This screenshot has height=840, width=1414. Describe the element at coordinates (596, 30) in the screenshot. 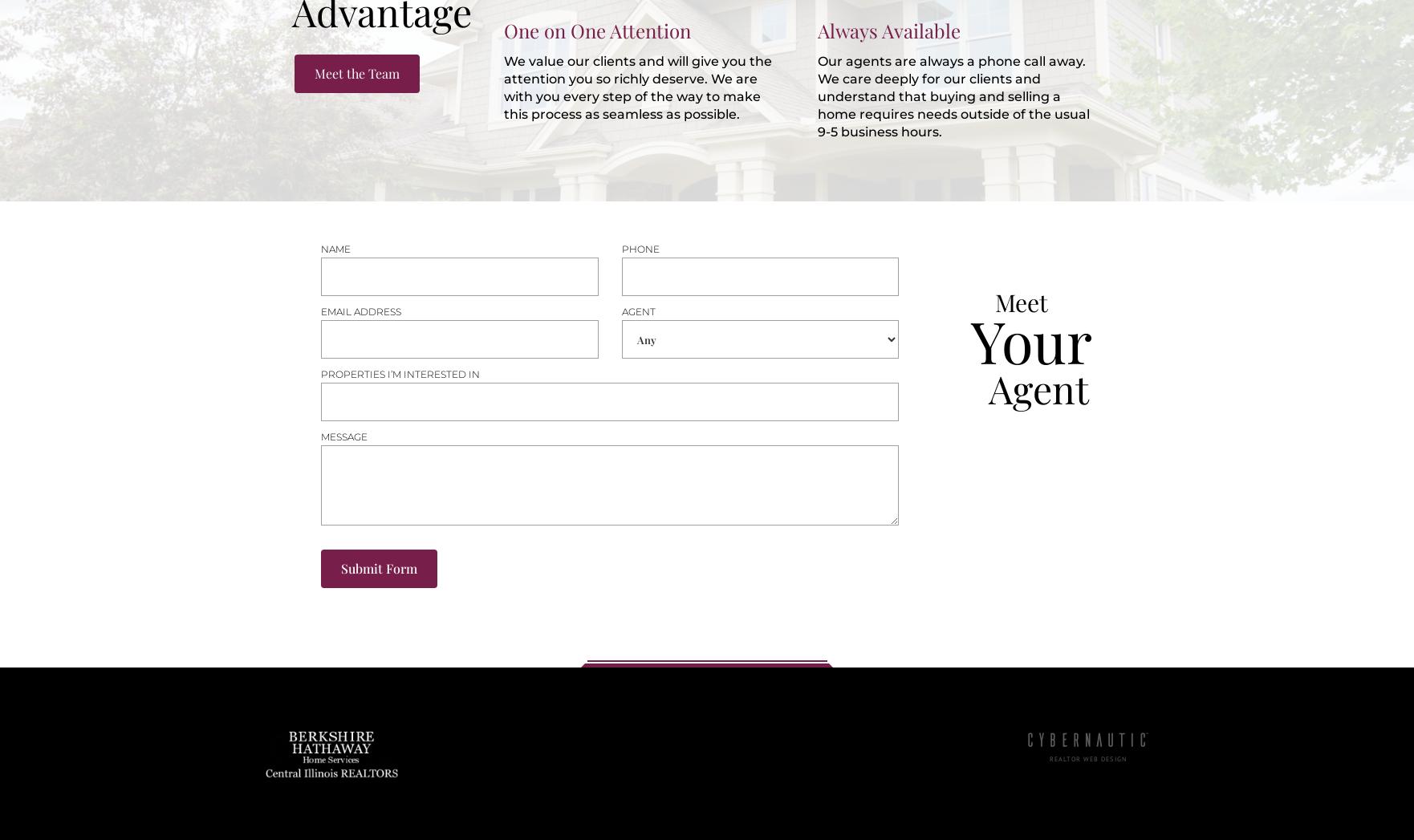

I see `'One on One Attention'` at that location.